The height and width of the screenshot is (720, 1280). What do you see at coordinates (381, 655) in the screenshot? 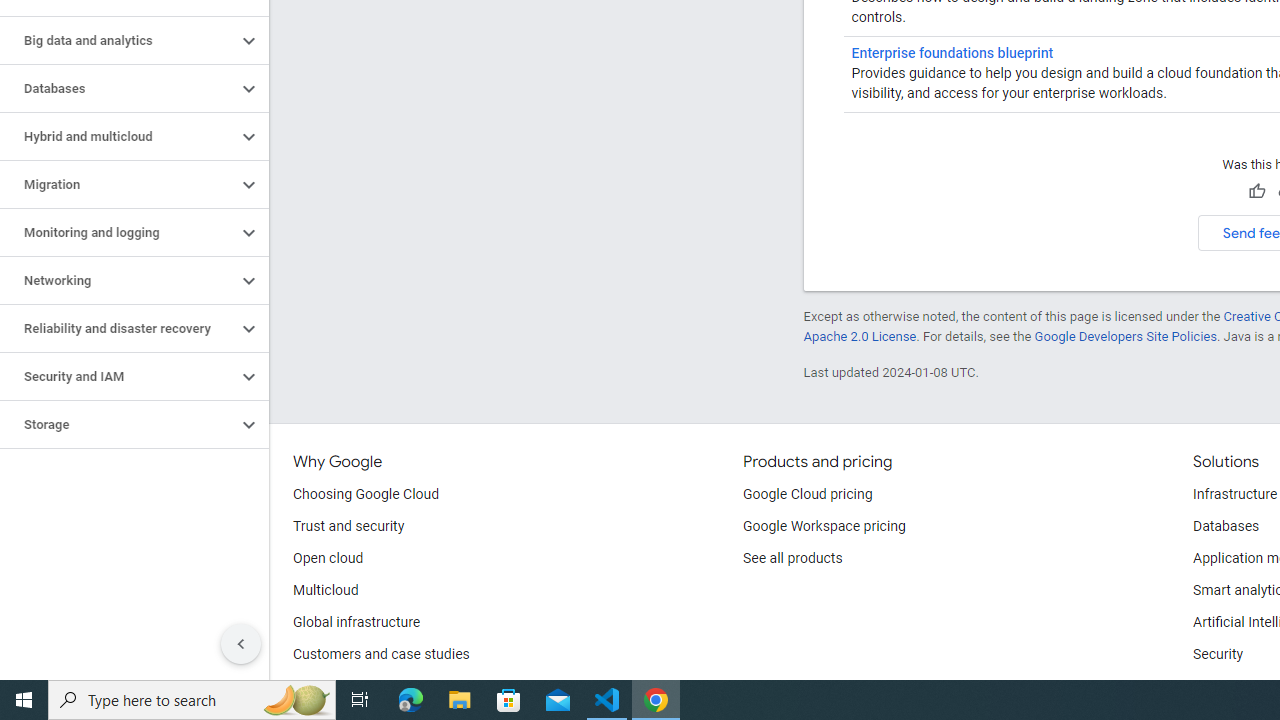
I see `'Customers and case studies'` at bounding box center [381, 655].